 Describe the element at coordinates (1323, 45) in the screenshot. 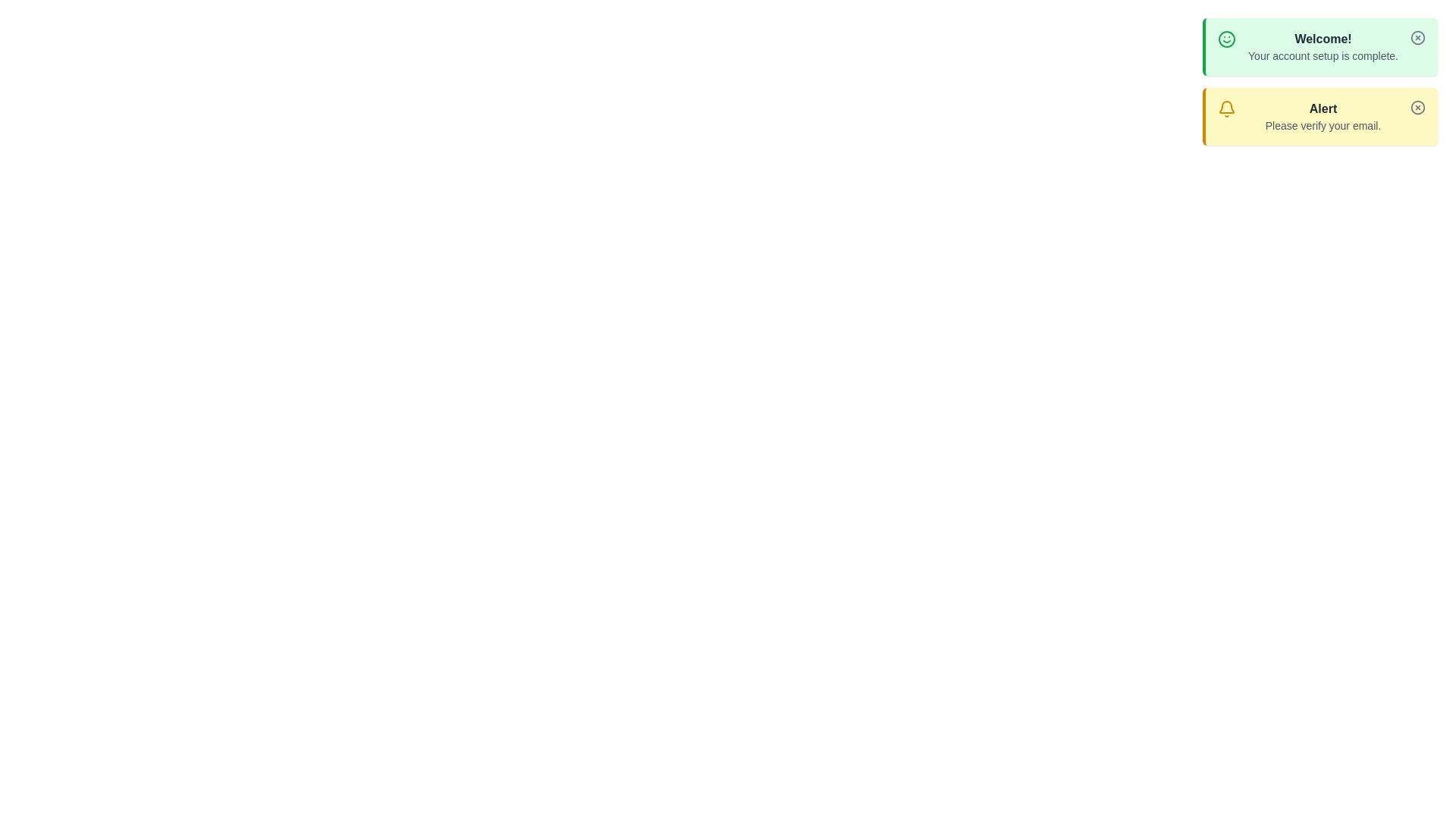

I see `the notification with title Welcome! to view its details` at that location.